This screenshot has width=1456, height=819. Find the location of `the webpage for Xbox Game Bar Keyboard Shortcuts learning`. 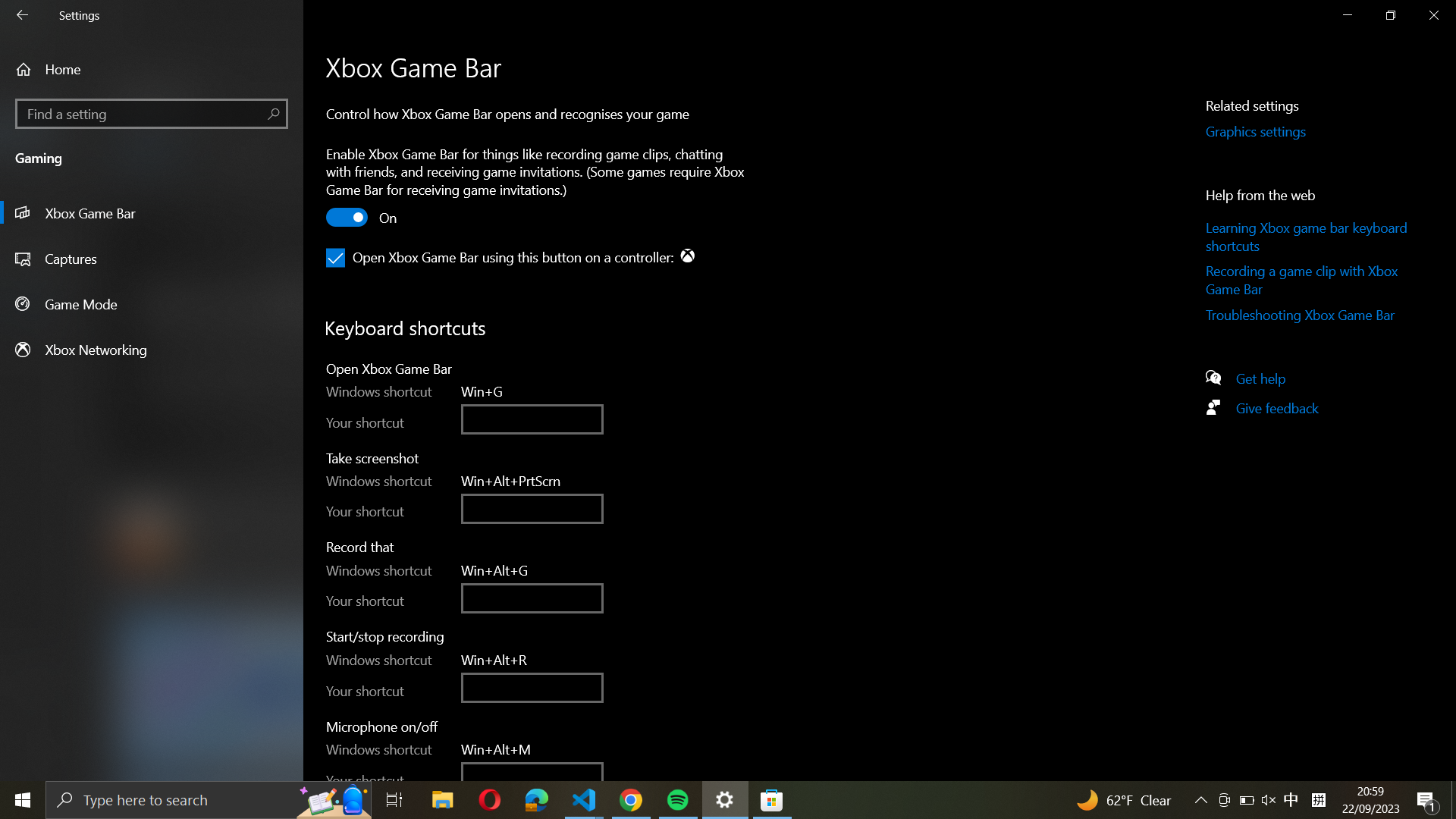

the webpage for Xbox Game Bar Keyboard Shortcuts learning is located at coordinates (1308, 237).